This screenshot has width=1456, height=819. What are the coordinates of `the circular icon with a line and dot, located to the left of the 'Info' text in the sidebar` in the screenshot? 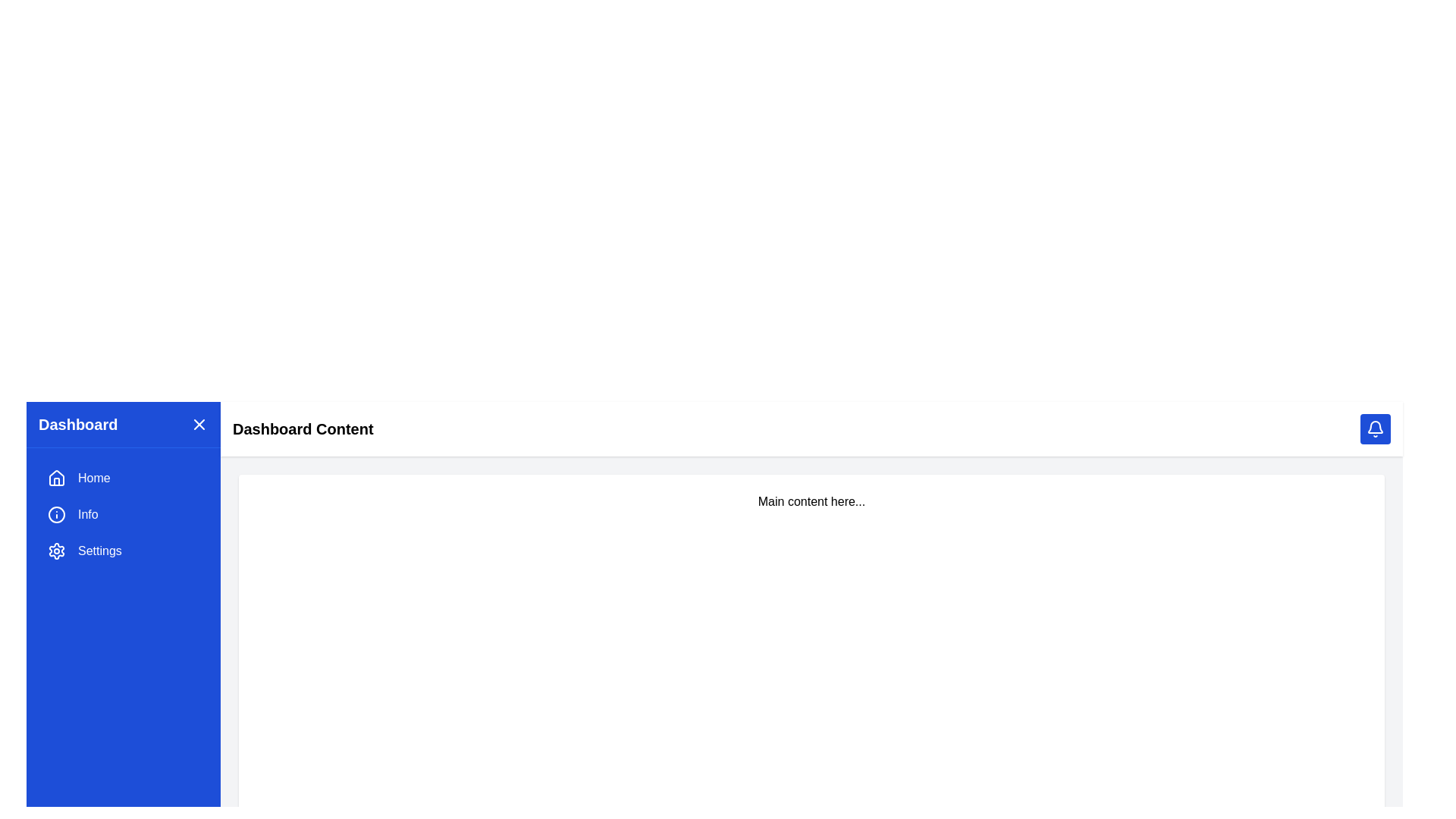 It's located at (57, 513).